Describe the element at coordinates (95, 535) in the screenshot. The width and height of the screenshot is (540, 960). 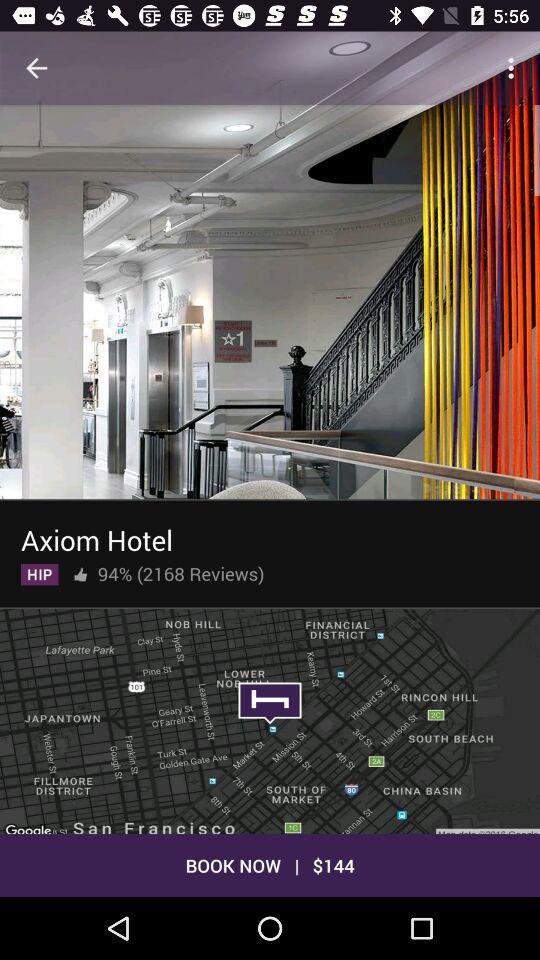
I see `the item above 94% (2168 reviews) item` at that location.